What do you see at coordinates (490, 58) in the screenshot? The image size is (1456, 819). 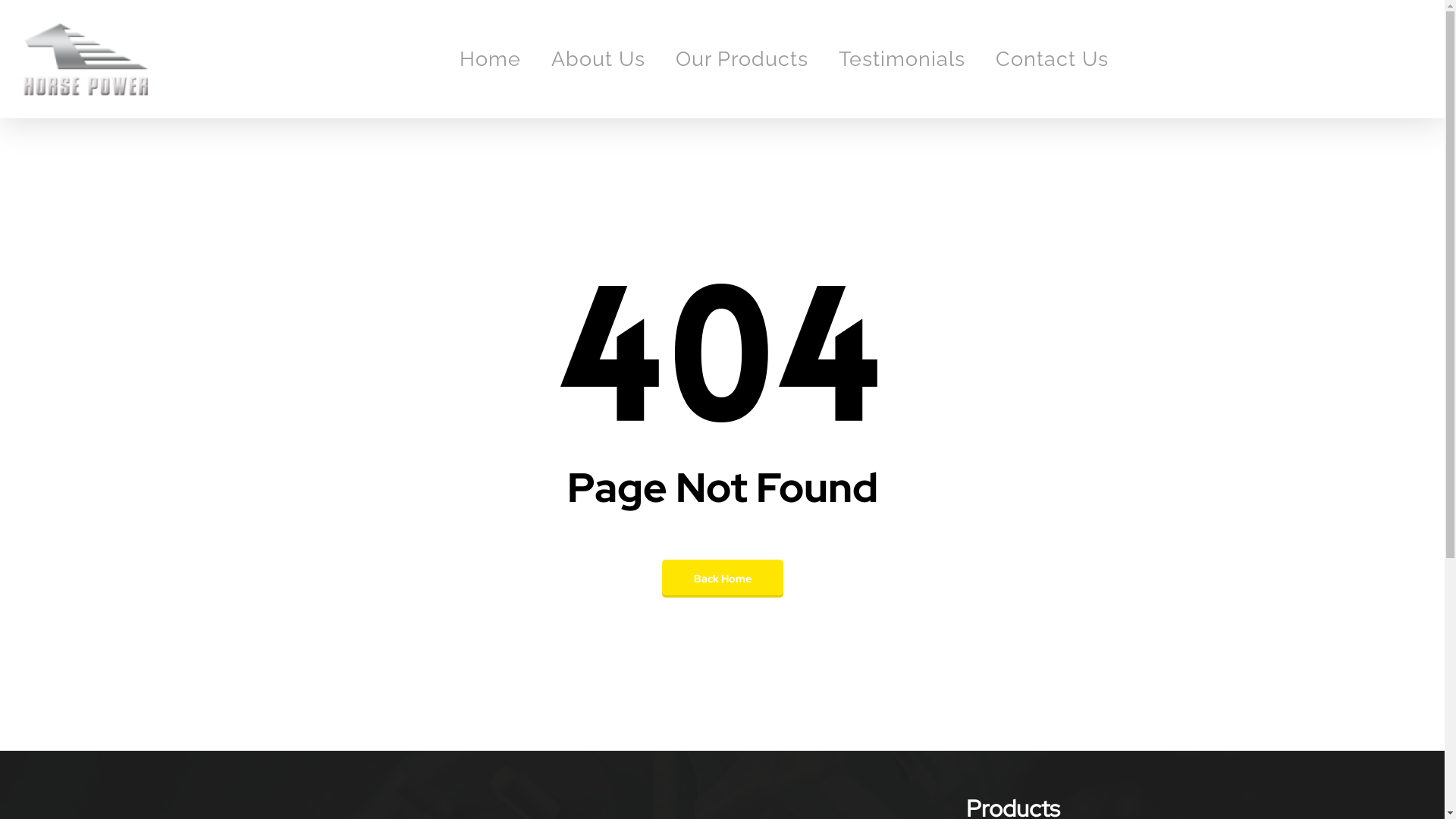 I see `'Home'` at bounding box center [490, 58].